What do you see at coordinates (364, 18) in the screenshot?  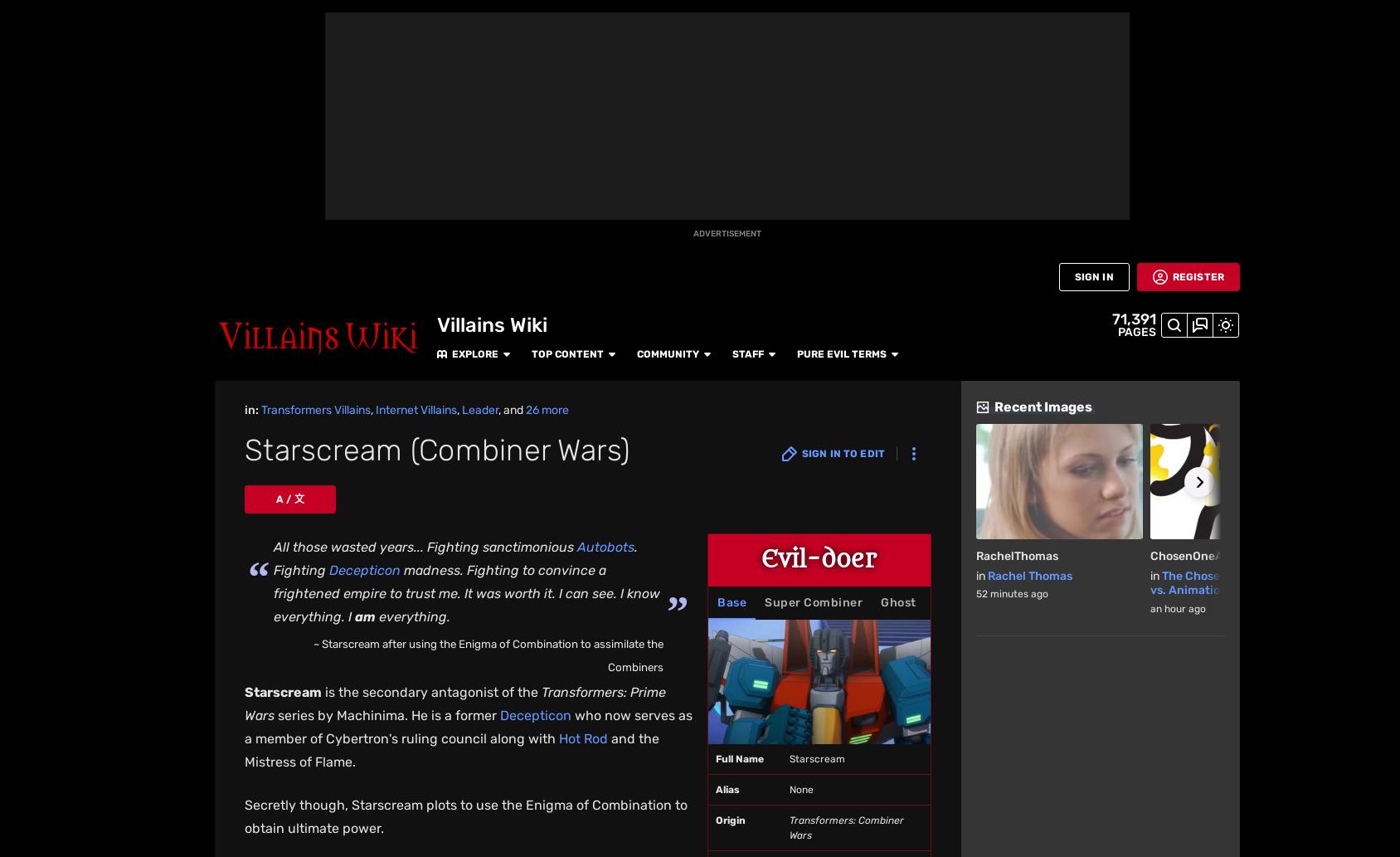 I see `'Top Content'` at bounding box center [364, 18].